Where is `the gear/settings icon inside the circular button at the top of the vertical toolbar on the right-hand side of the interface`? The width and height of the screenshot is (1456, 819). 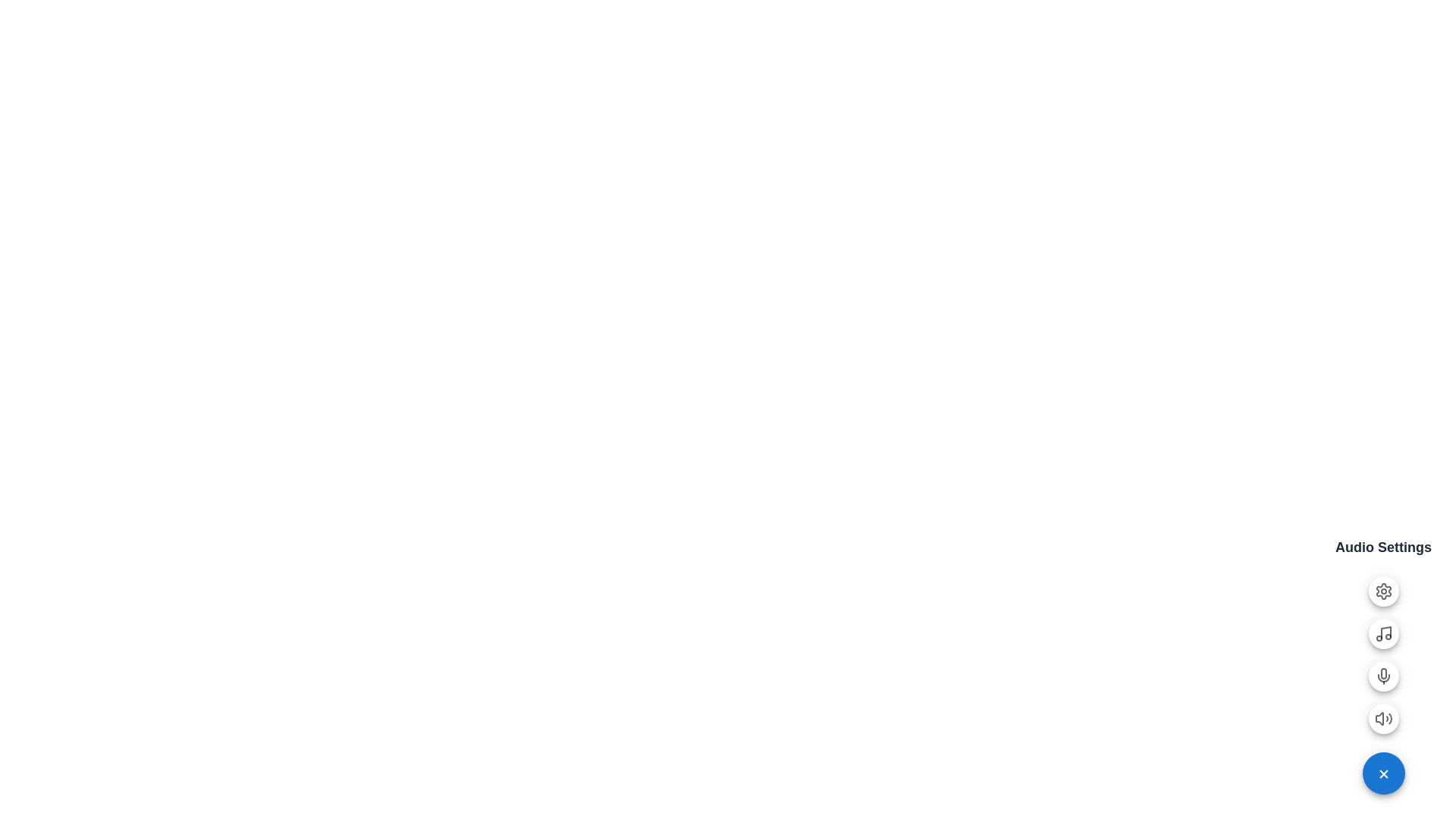
the gear/settings icon inside the circular button at the top of the vertical toolbar on the right-hand side of the interface is located at coordinates (1383, 590).